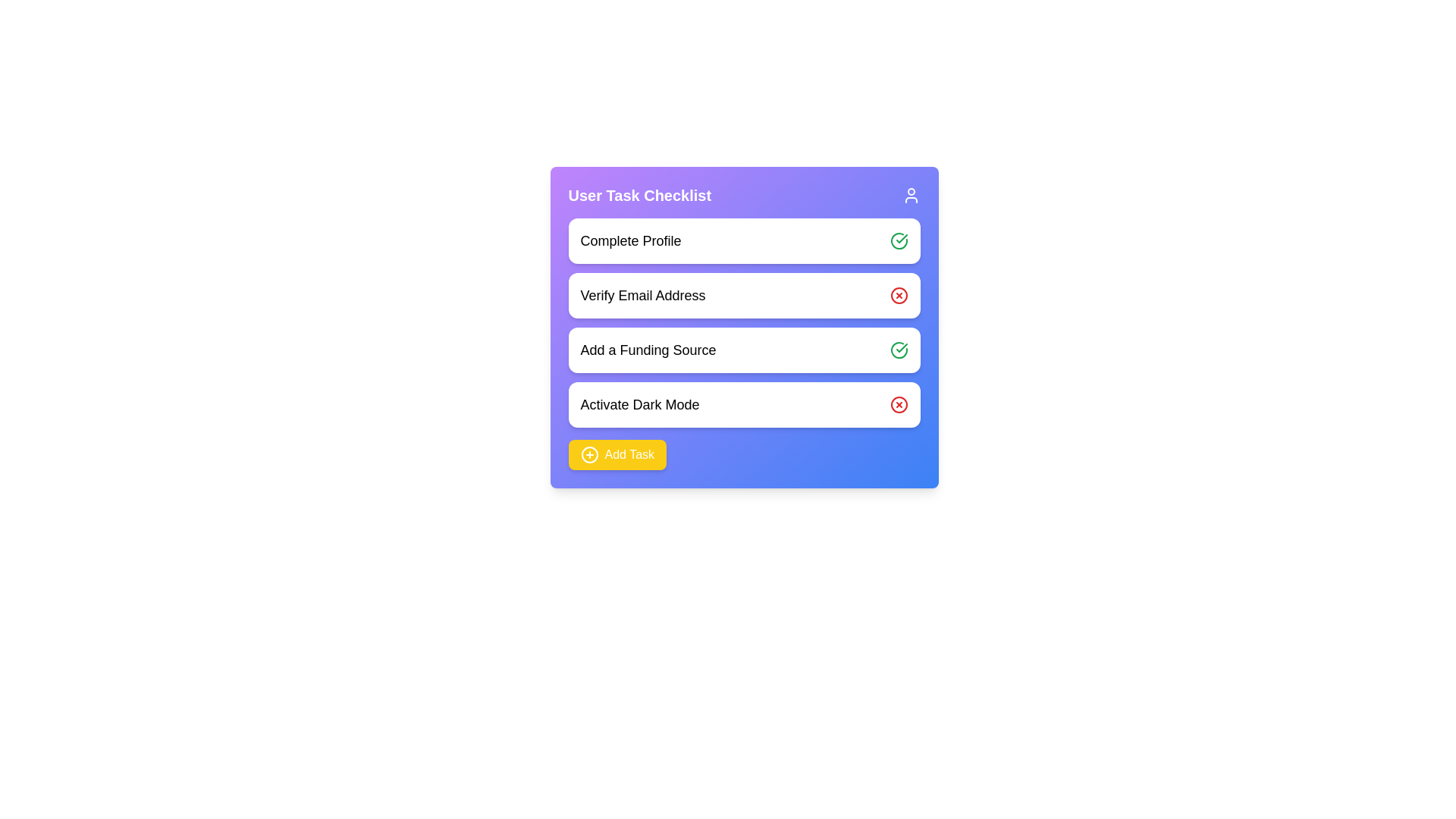  I want to click on the circular icon with a plus symbol in the center, which is part of the yellow 'Add Task' button located at the bottom of the user task checklist interface, so click(588, 454).